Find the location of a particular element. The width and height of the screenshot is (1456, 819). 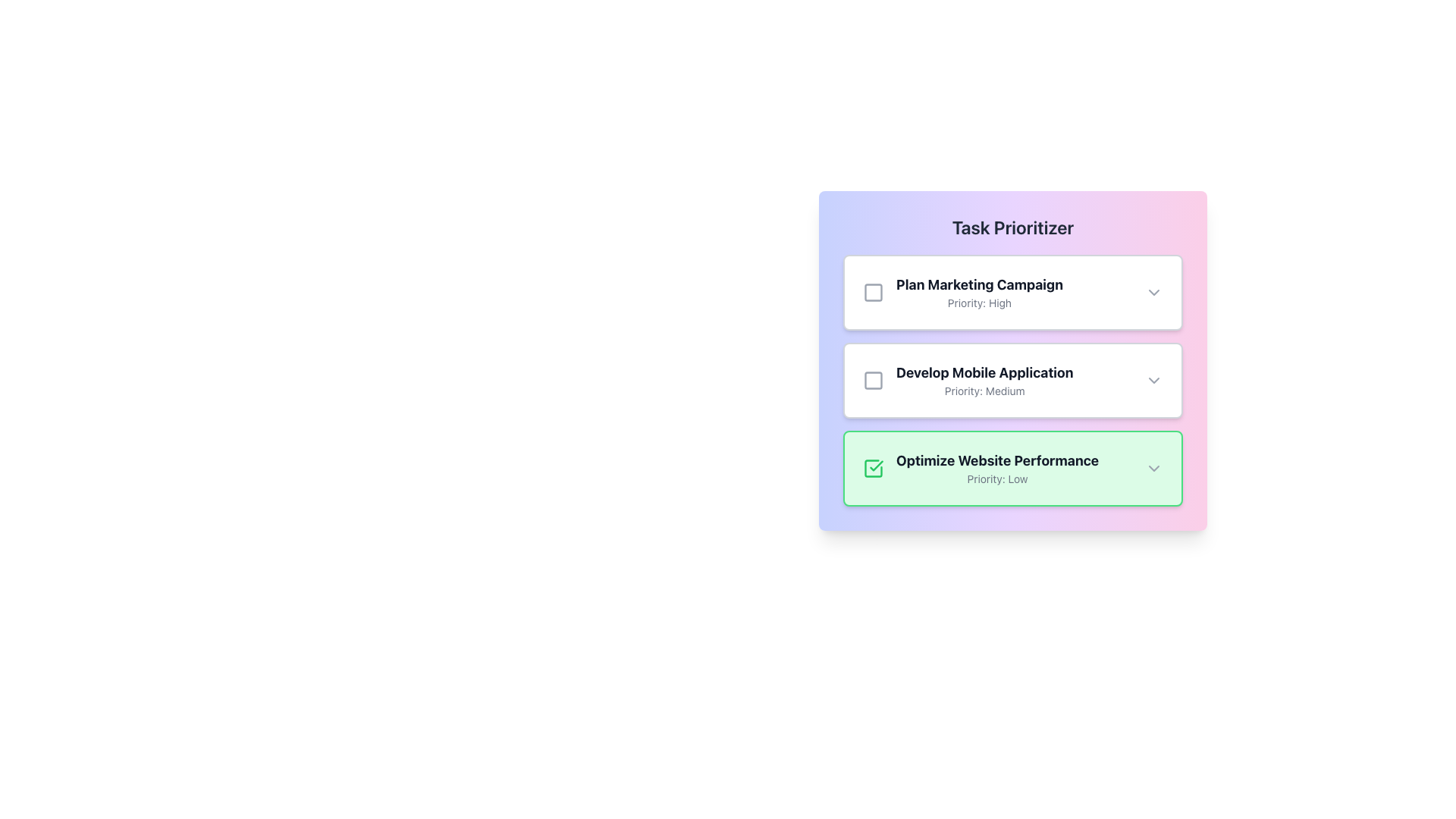

the checkbox located at the leading icon of the task card titled 'Plan Marketing Campaign' is located at coordinates (874, 292).